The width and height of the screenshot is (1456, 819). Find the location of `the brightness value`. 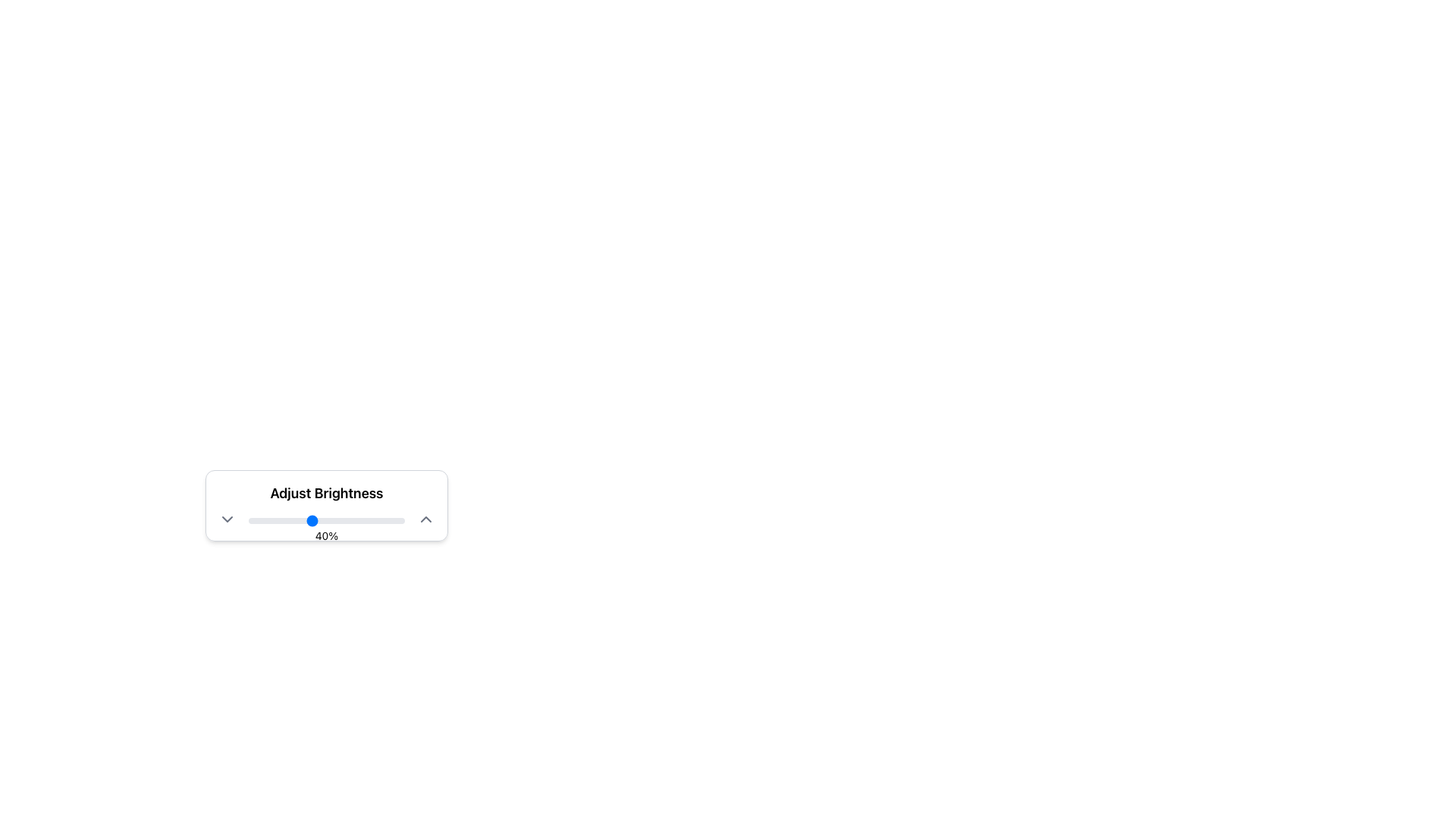

the brightness value is located at coordinates (335, 519).